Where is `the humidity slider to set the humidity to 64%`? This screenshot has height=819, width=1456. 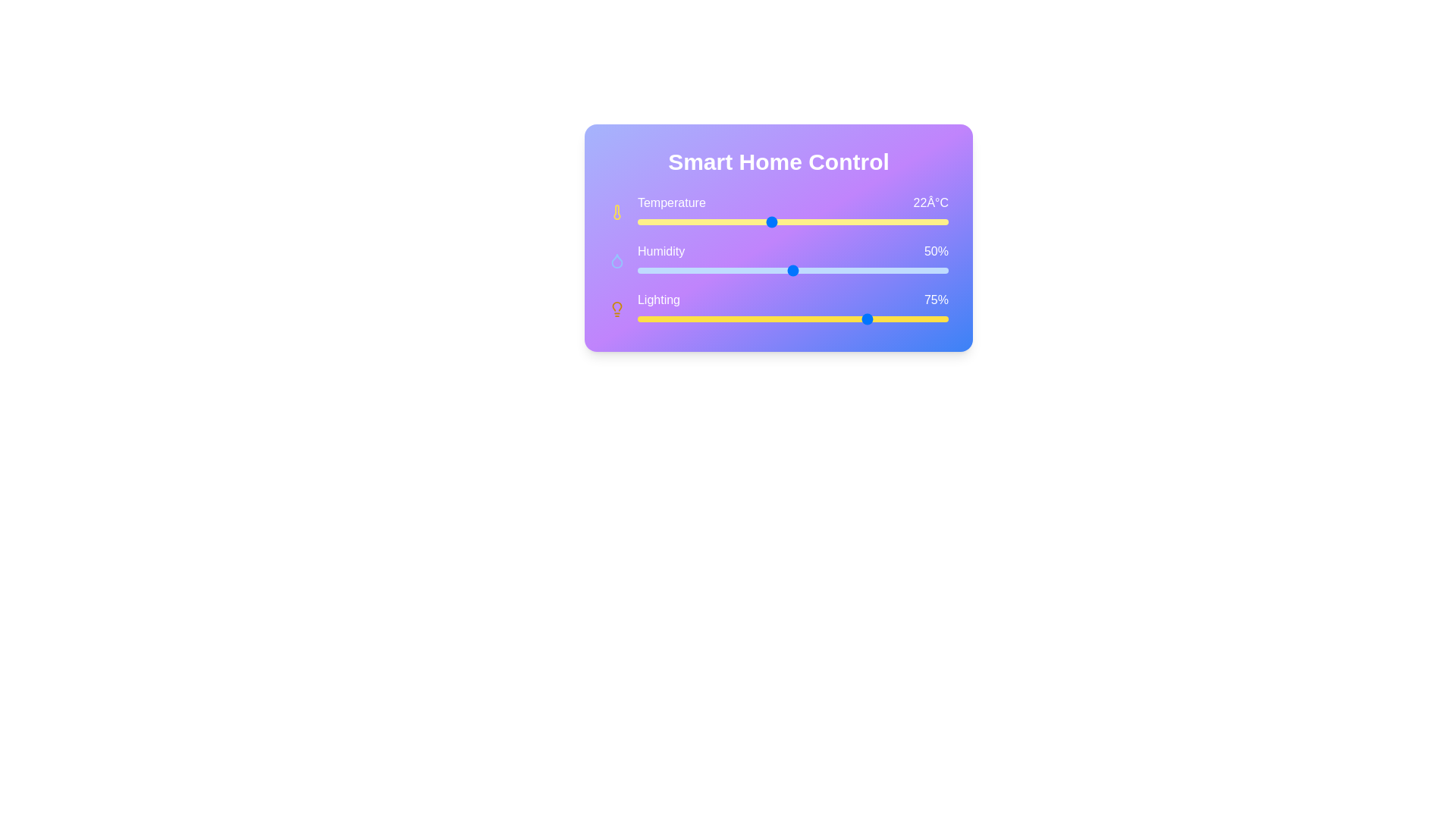 the humidity slider to set the humidity to 64% is located at coordinates (865, 270).